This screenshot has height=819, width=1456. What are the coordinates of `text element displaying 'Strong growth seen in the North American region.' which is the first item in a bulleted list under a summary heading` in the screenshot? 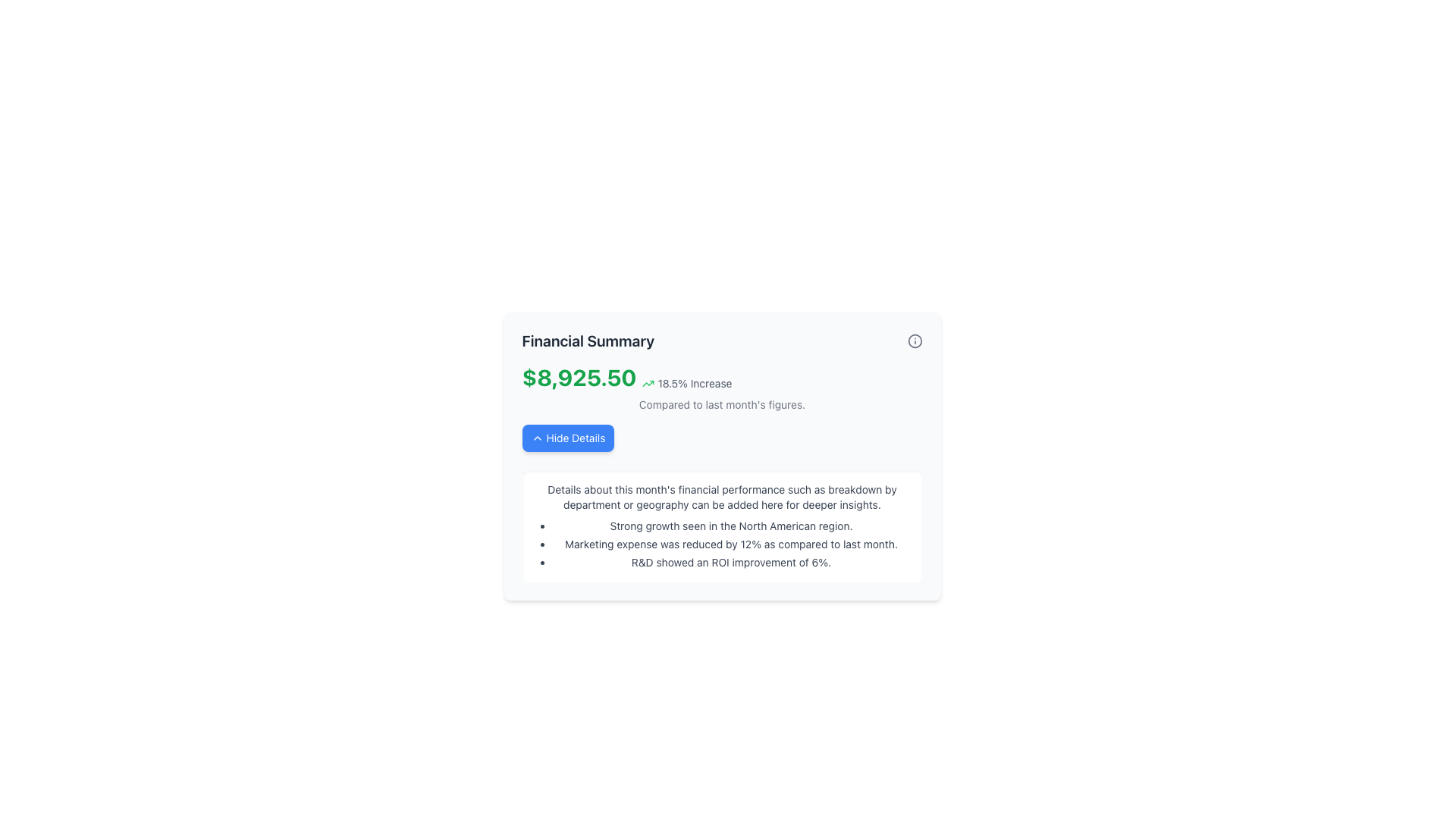 It's located at (731, 526).